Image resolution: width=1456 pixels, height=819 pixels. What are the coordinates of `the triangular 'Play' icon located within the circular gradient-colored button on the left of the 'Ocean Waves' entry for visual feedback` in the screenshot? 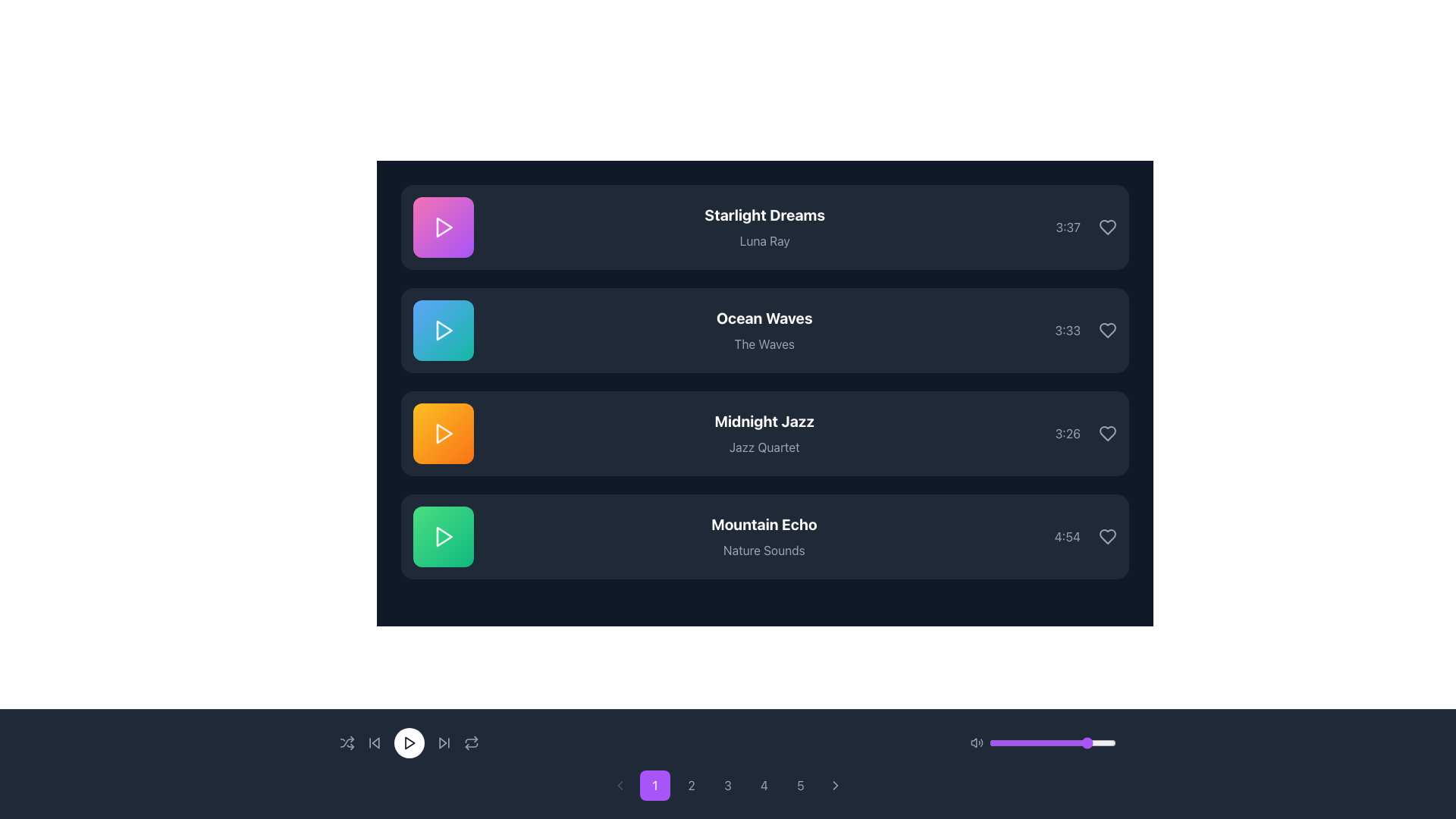 It's located at (443, 329).